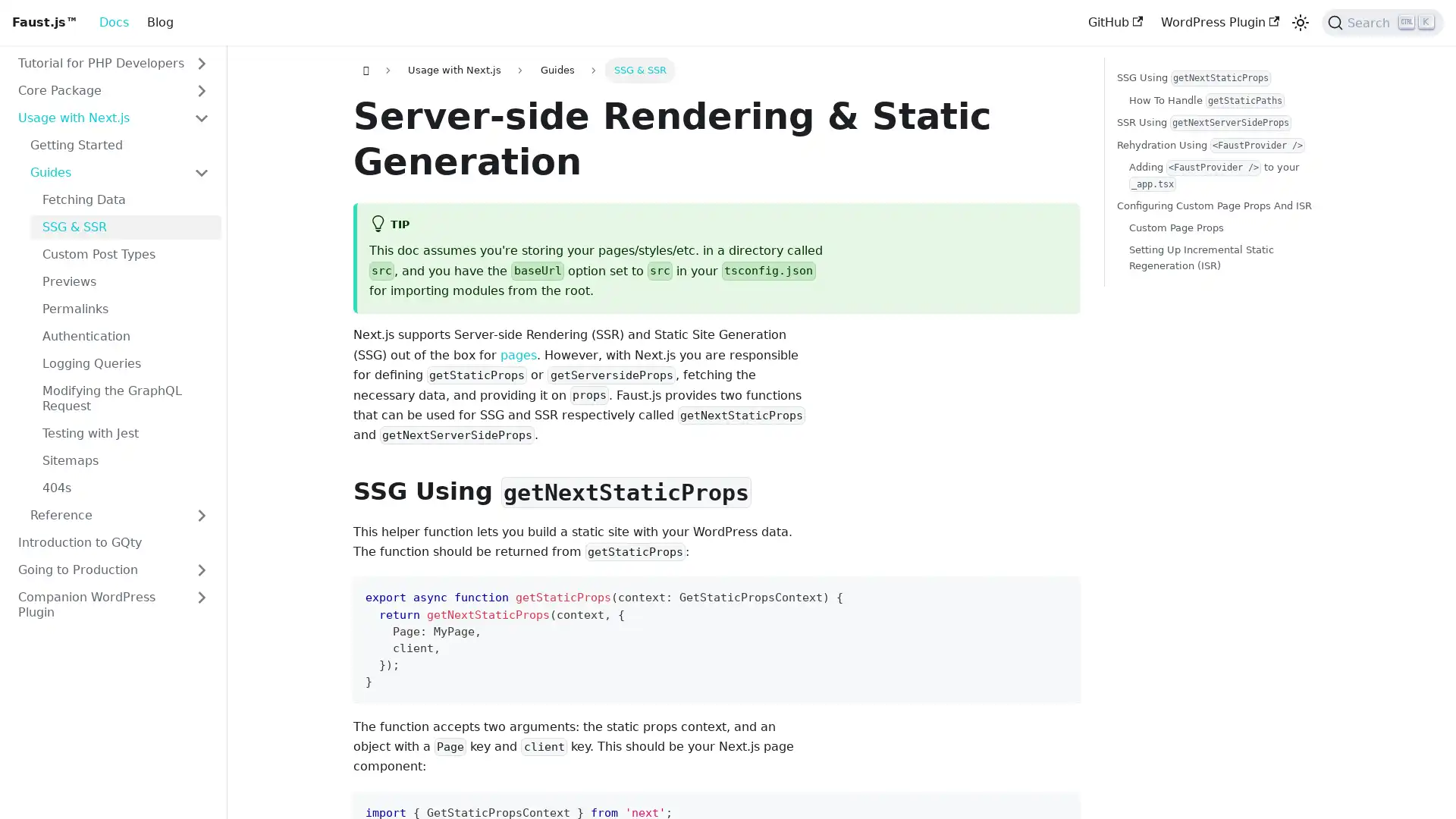  What do you see at coordinates (1060, 595) in the screenshot?
I see `Copy code to clipboard` at bounding box center [1060, 595].